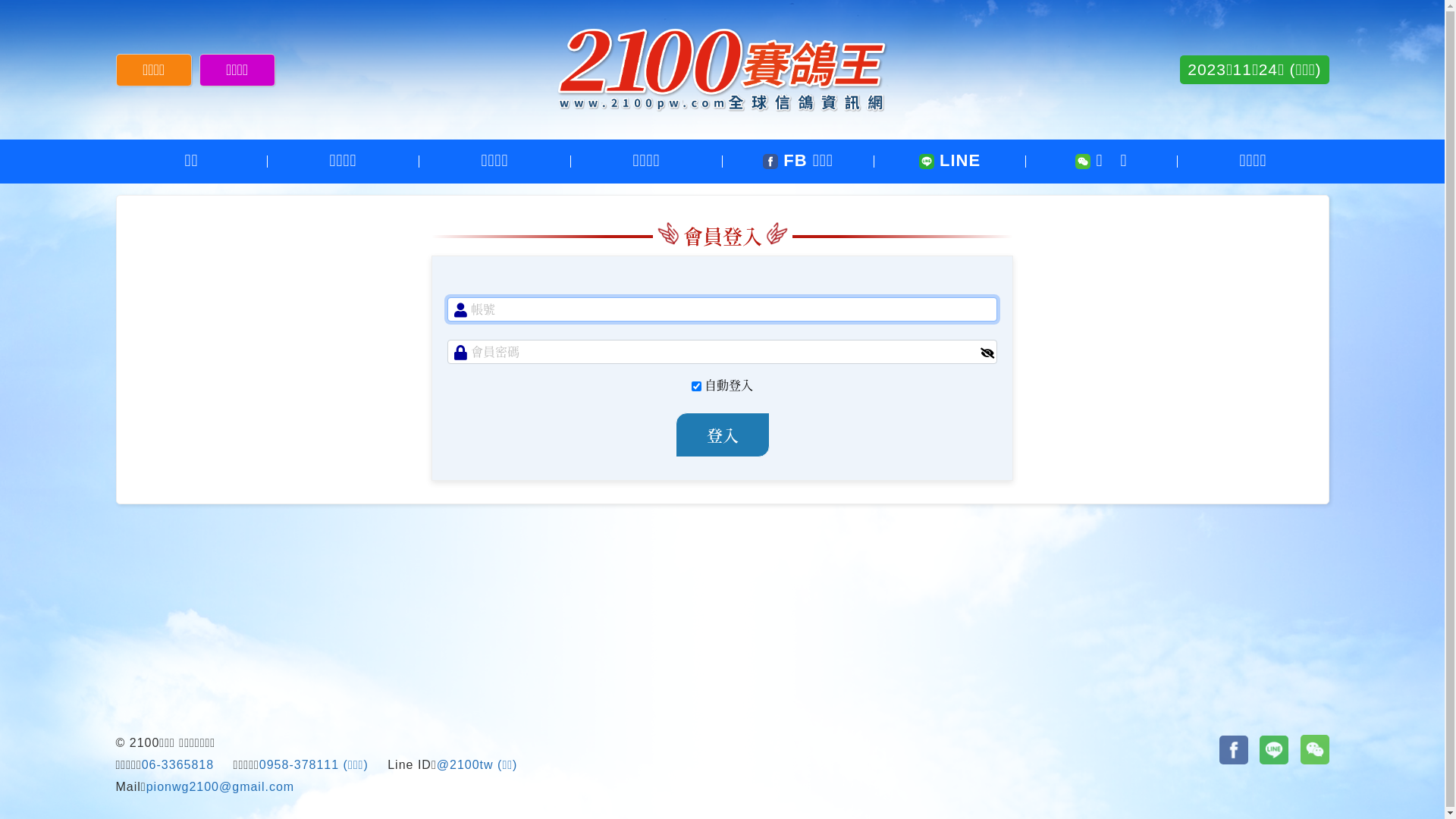 The image size is (1456, 819). What do you see at coordinates (877, 161) in the screenshot?
I see `'LINE'` at bounding box center [877, 161].